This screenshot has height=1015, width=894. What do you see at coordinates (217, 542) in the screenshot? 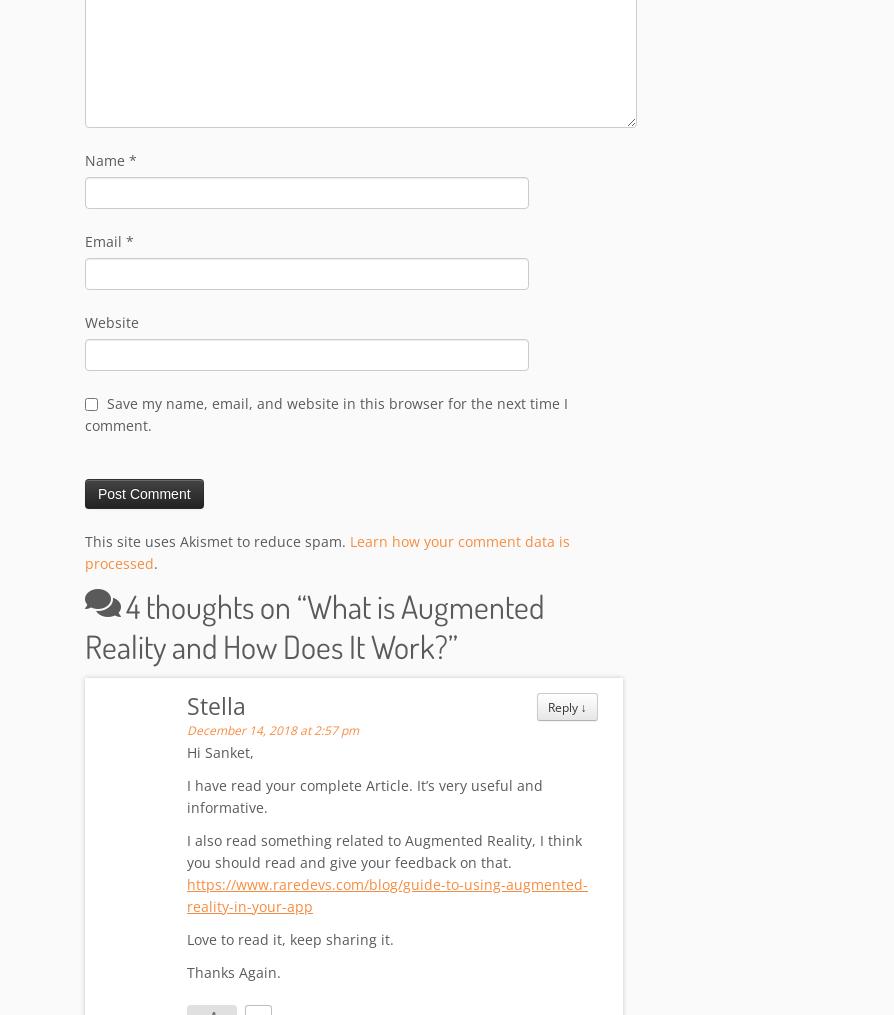
I see `'This site uses Akismet to reduce spam.'` at bounding box center [217, 542].